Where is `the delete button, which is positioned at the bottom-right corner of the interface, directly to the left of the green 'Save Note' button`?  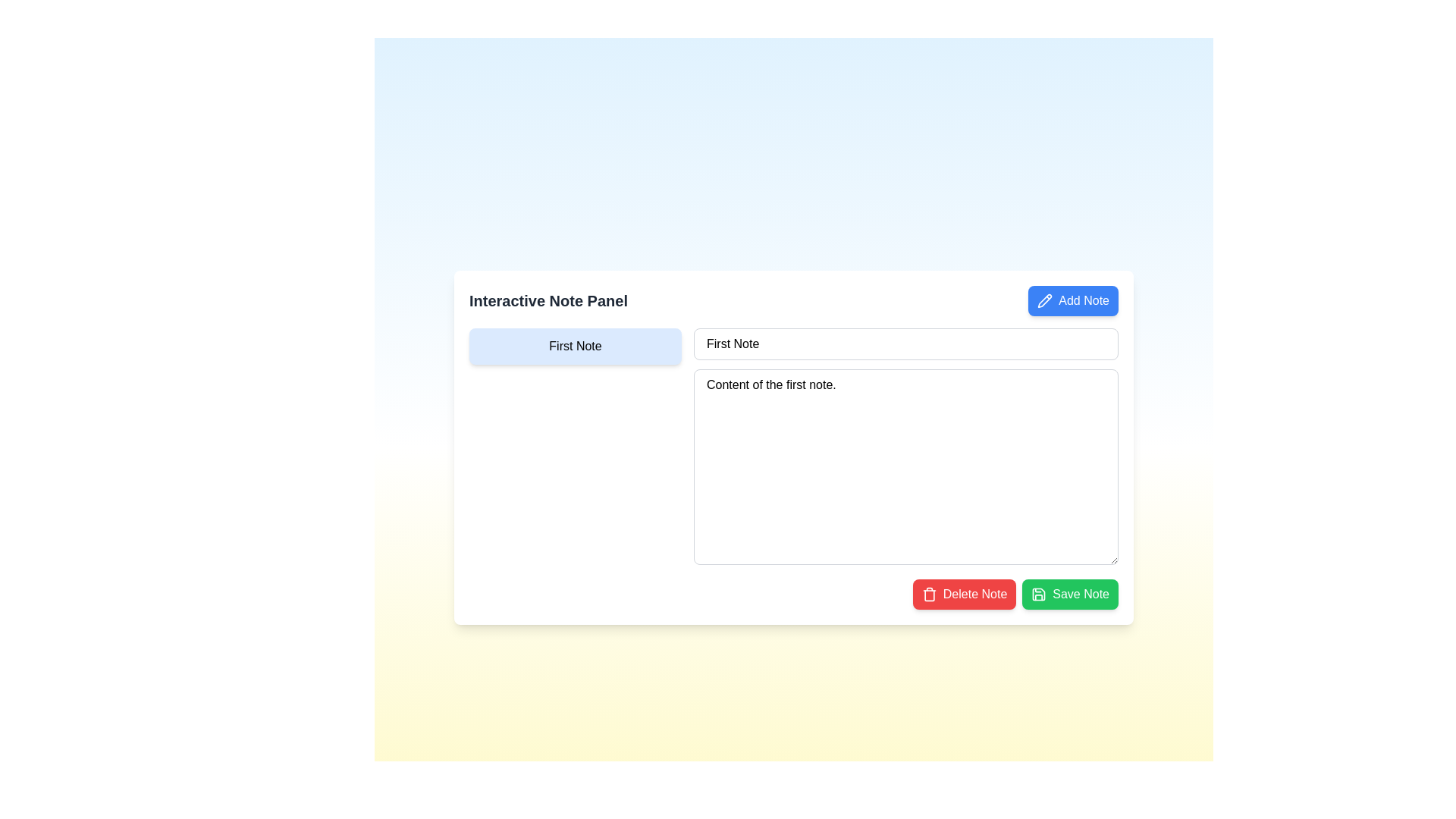 the delete button, which is positioned at the bottom-right corner of the interface, directly to the left of the green 'Save Note' button is located at coordinates (964, 593).